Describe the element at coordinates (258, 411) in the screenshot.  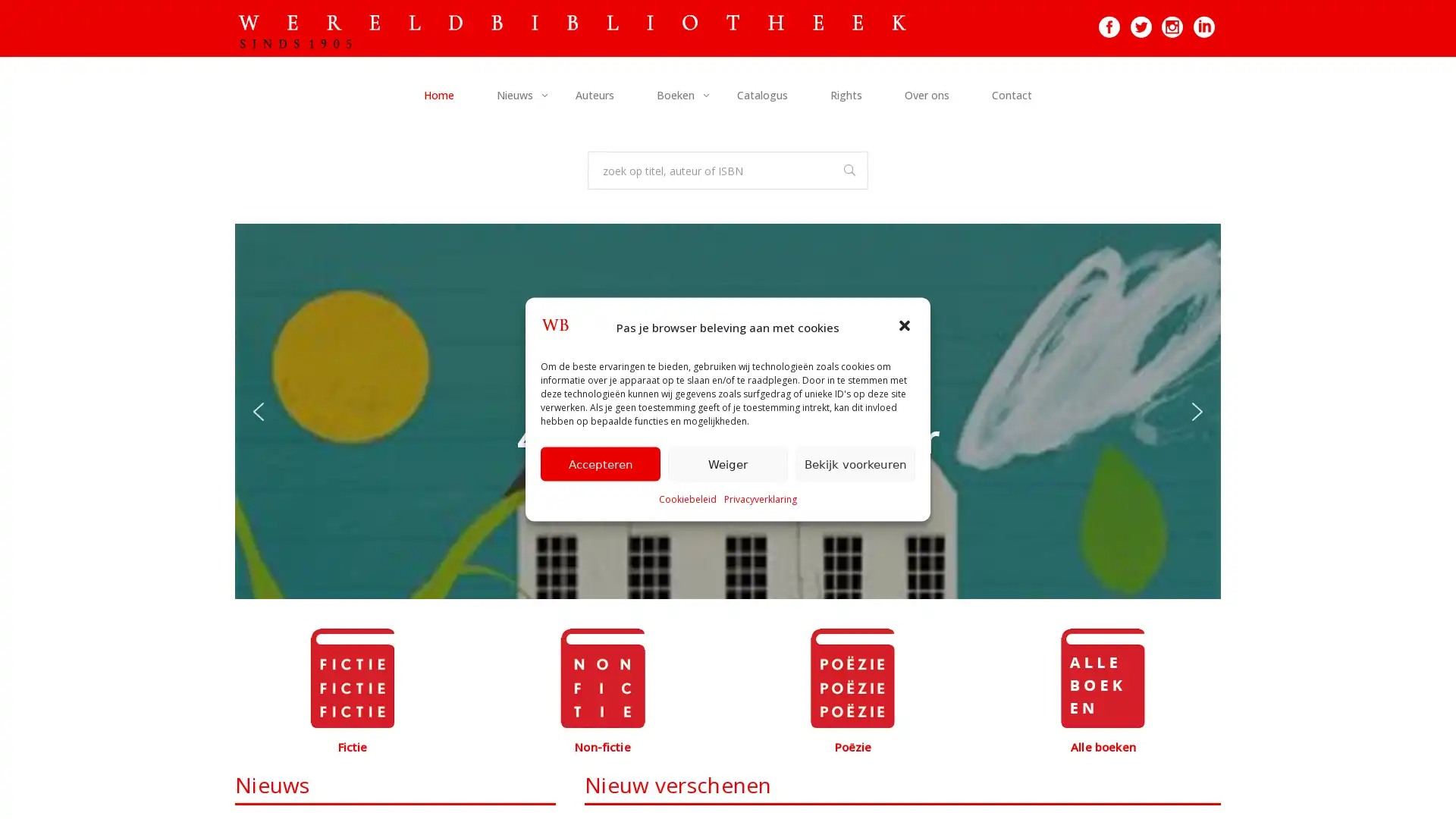
I see `previous arrow` at that location.